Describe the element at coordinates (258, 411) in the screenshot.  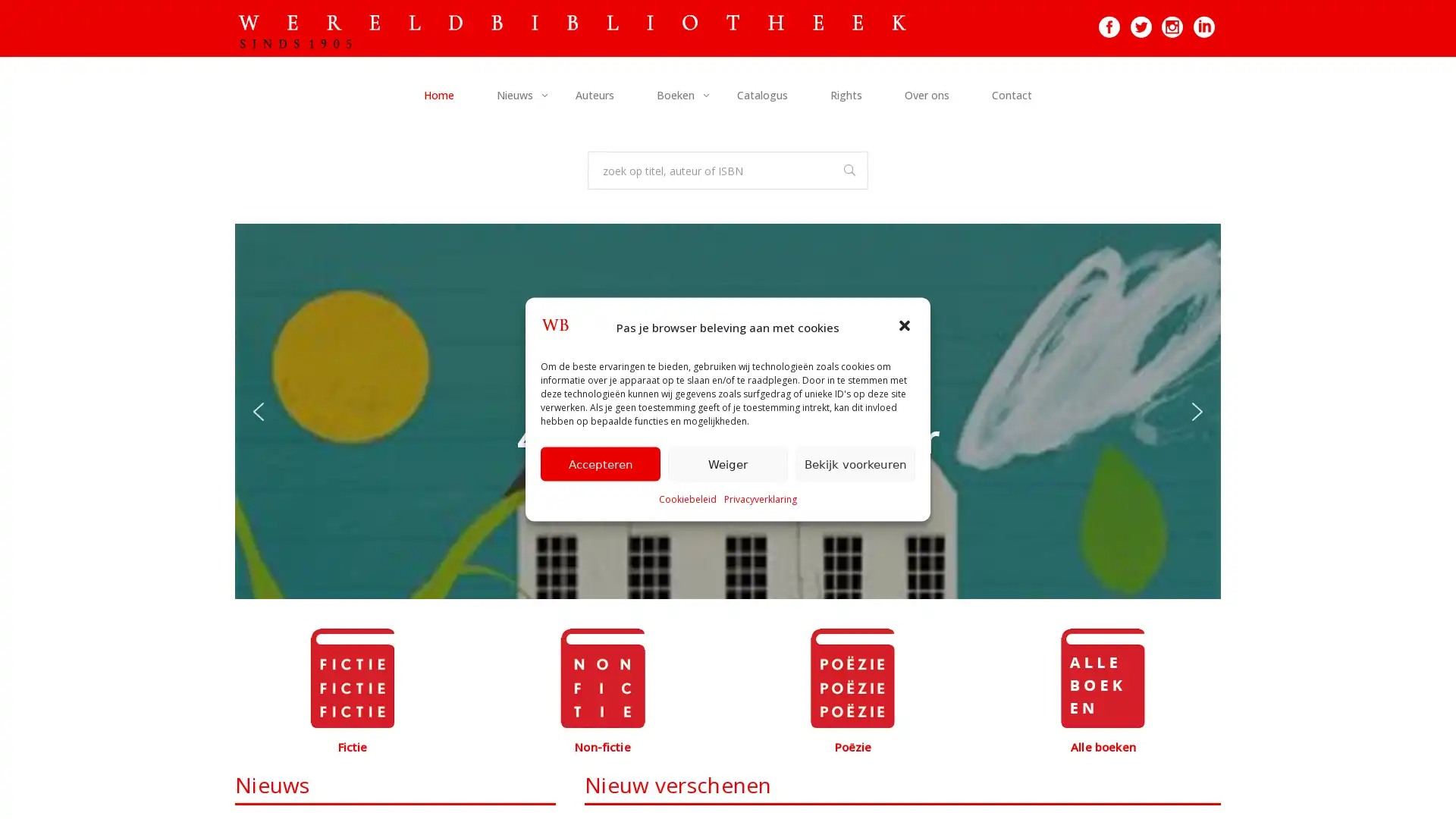
I see `previous arrow` at that location.